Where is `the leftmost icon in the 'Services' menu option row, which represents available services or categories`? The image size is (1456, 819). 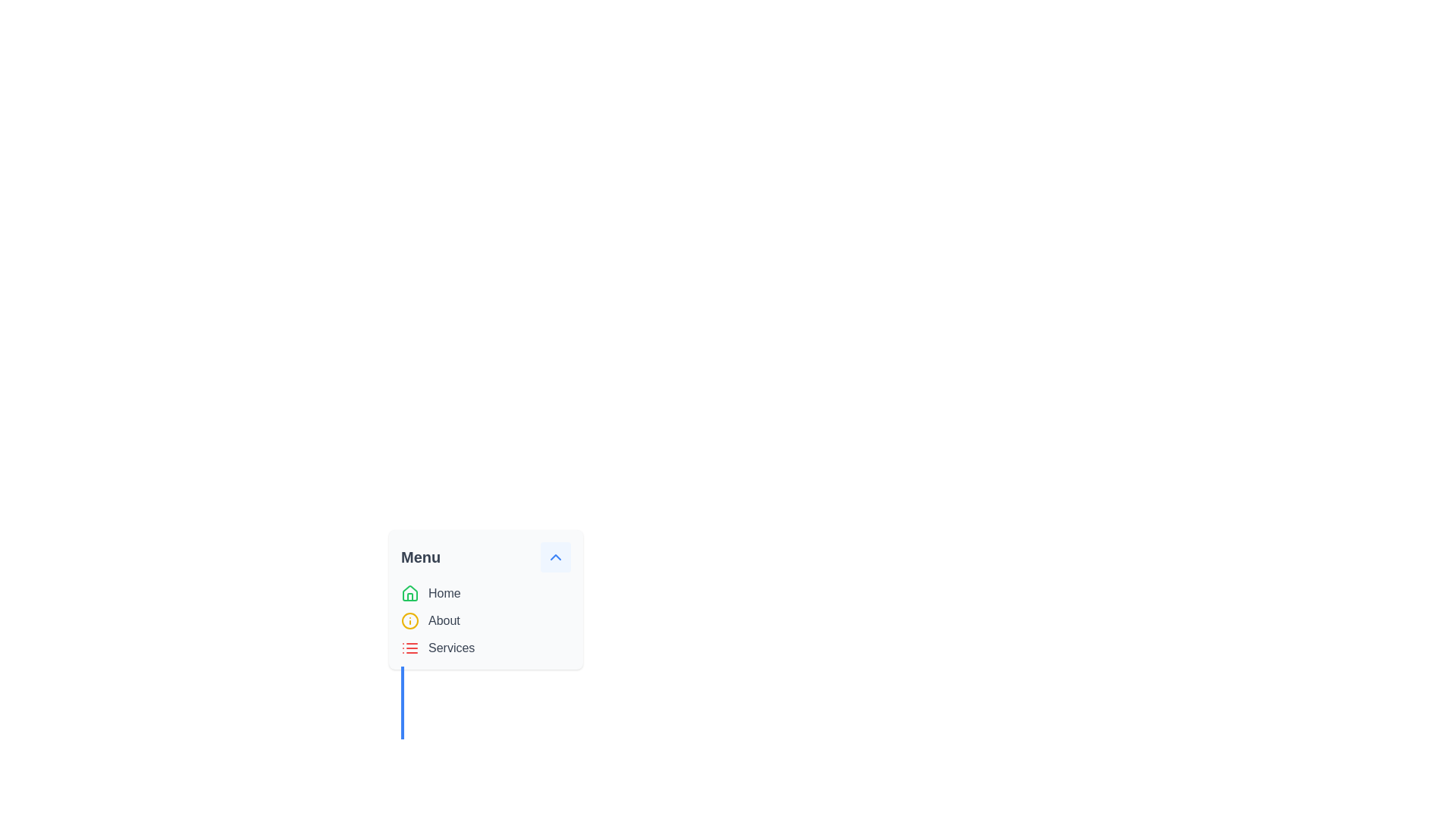 the leftmost icon in the 'Services' menu option row, which represents available services or categories is located at coordinates (410, 648).